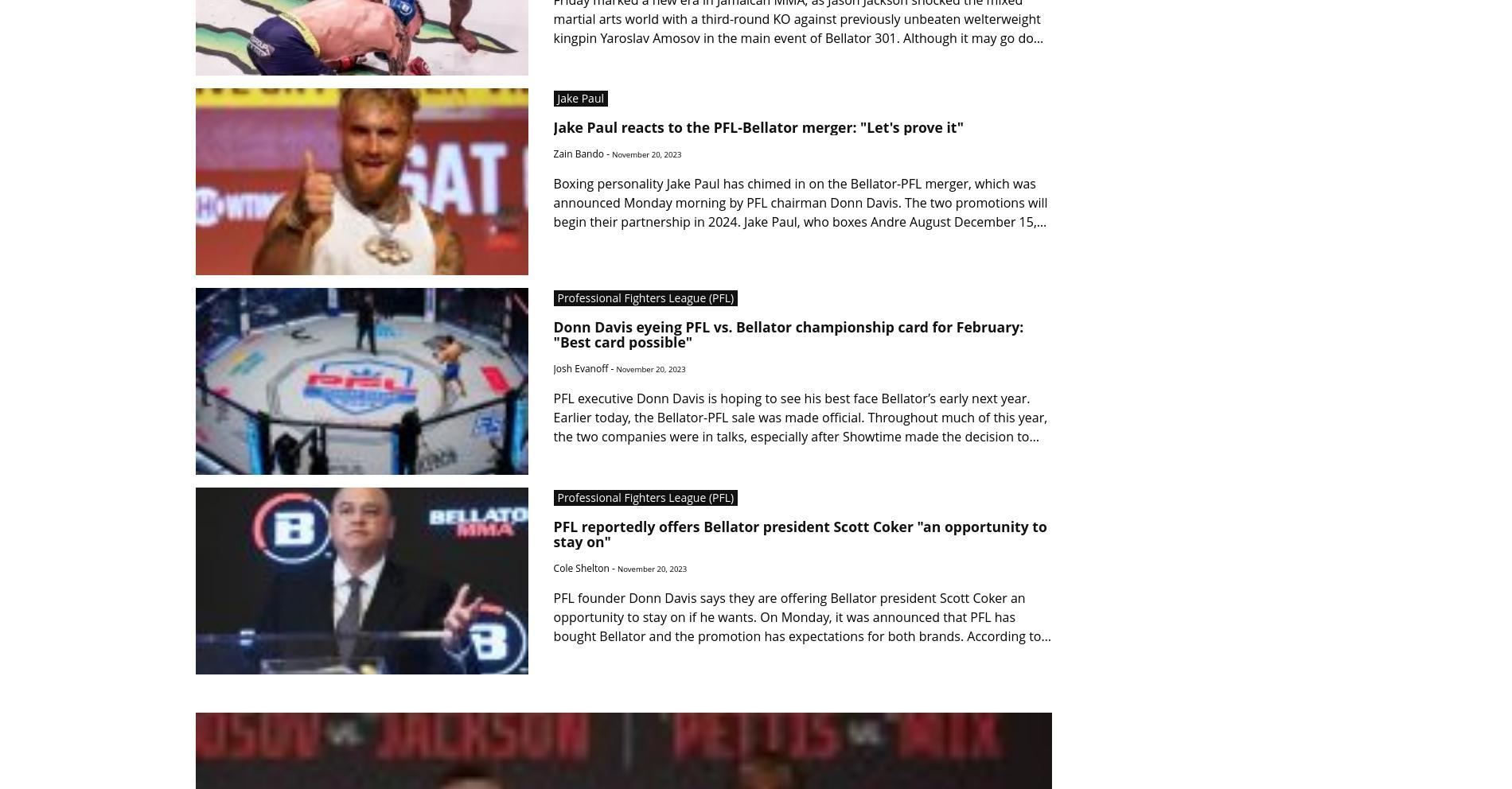 This screenshot has width=1512, height=789. I want to click on 'Zain Bando -', so click(582, 153).